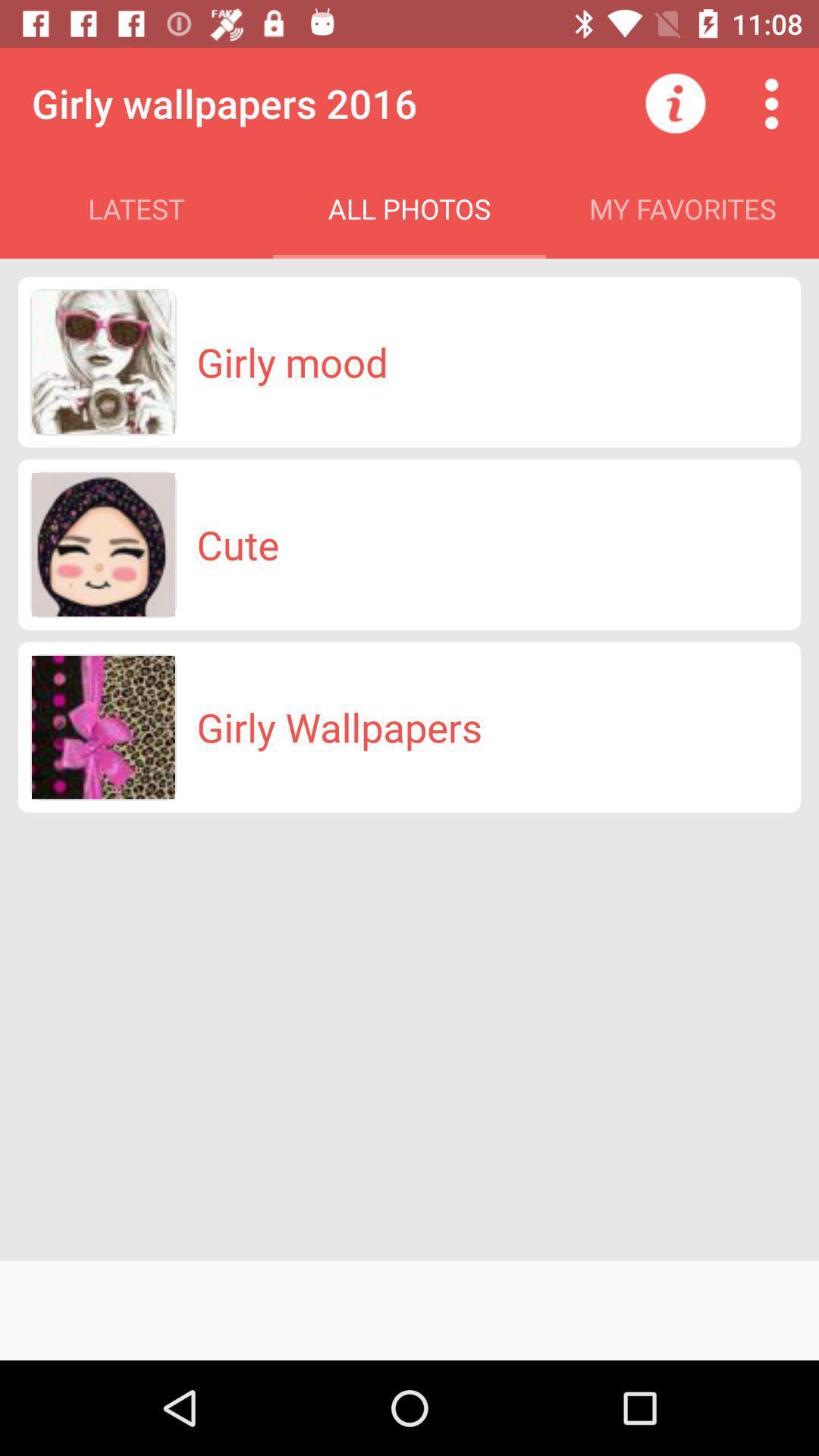 The image size is (819, 1456). I want to click on the app below the latest app, so click(292, 361).